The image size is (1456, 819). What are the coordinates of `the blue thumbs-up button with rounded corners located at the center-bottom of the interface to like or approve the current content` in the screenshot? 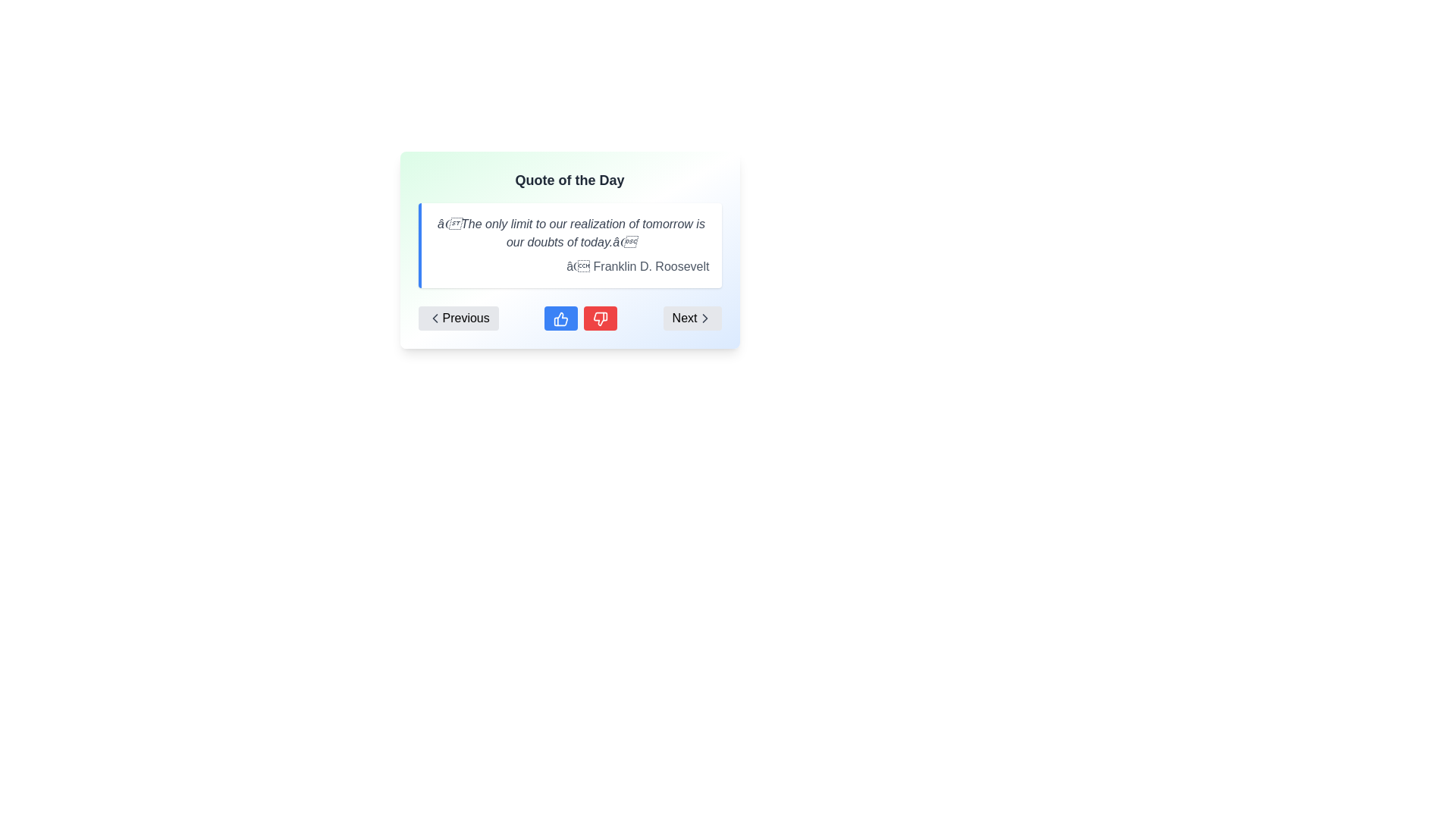 It's located at (560, 318).